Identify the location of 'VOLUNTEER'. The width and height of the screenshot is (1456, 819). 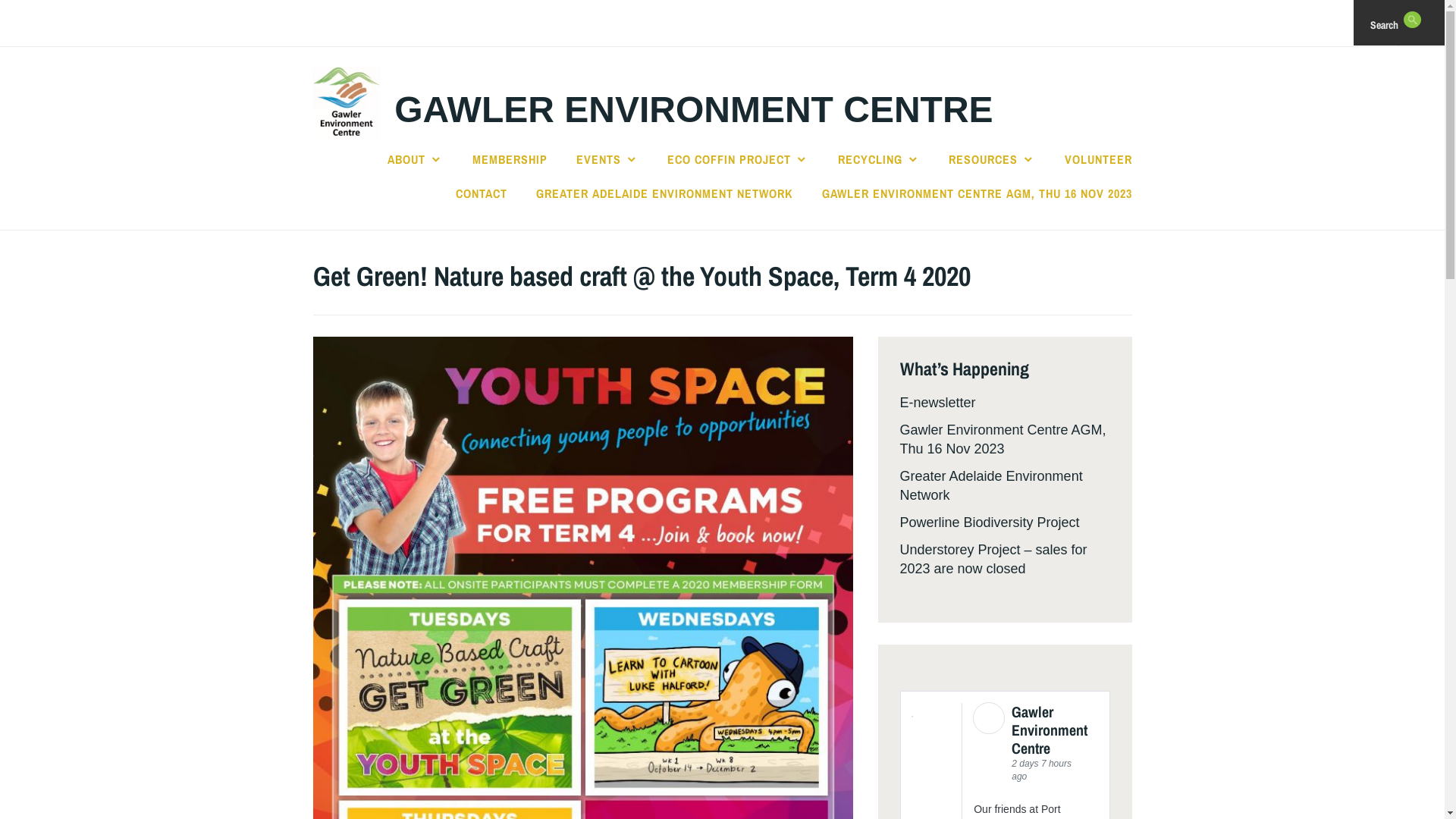
(1098, 158).